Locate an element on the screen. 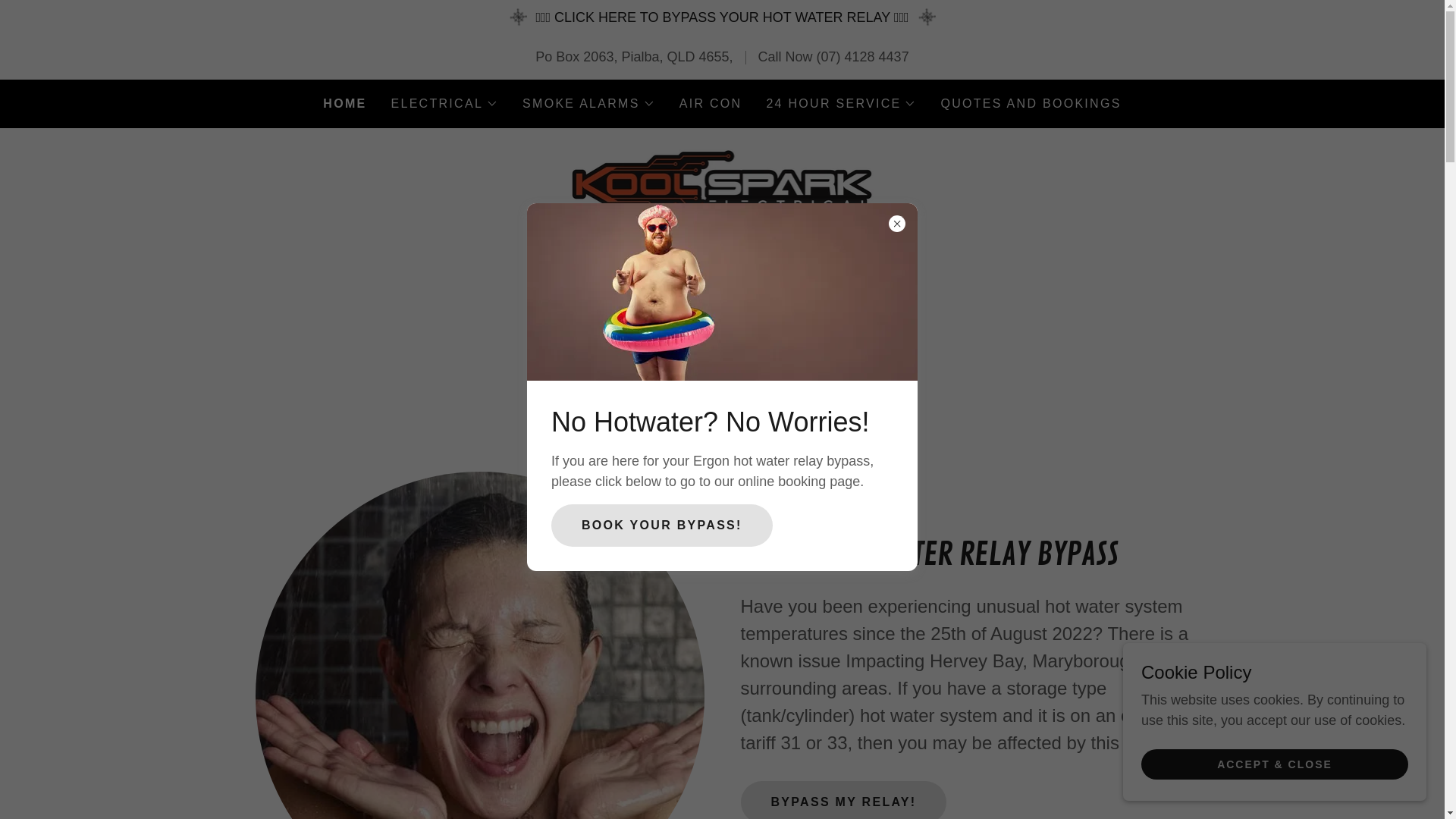 The image size is (1456, 819). '(07) 4128 4437' is located at coordinates (862, 55).